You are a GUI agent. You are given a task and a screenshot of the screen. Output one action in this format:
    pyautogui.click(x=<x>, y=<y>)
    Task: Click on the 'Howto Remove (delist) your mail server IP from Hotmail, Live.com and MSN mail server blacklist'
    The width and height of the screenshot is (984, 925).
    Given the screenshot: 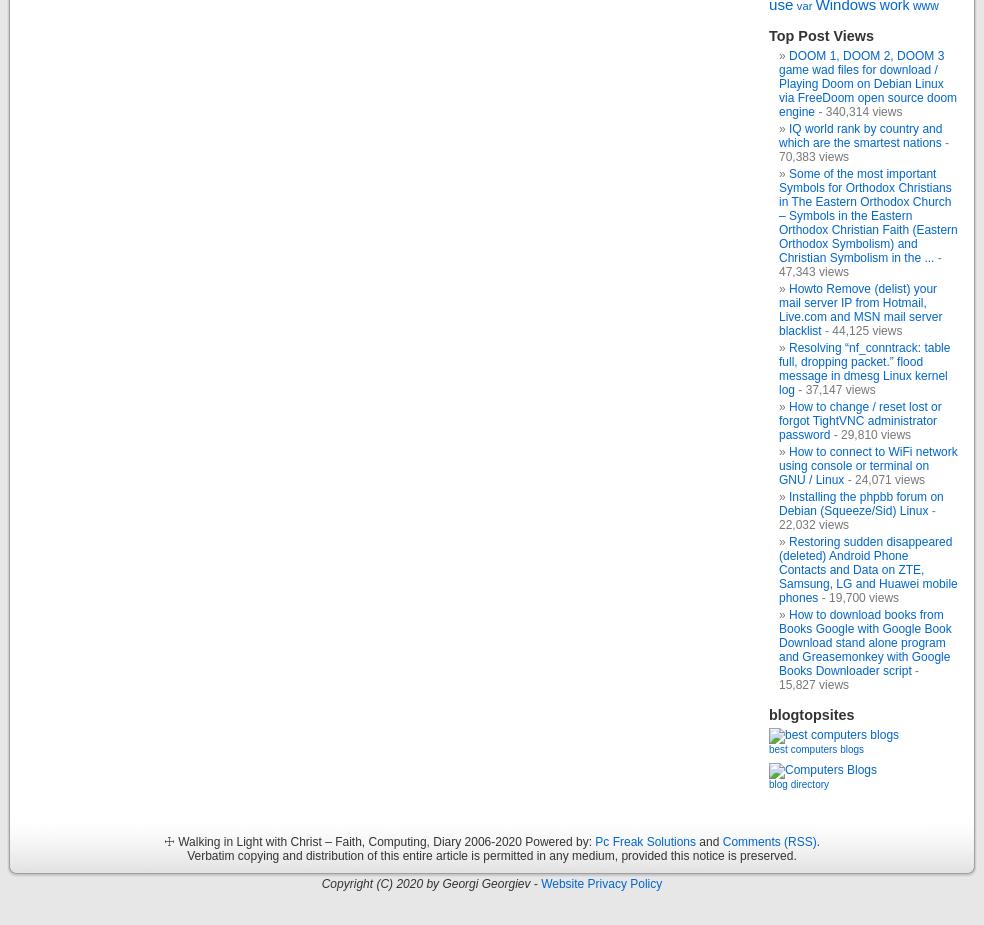 What is the action you would take?
    pyautogui.click(x=859, y=308)
    